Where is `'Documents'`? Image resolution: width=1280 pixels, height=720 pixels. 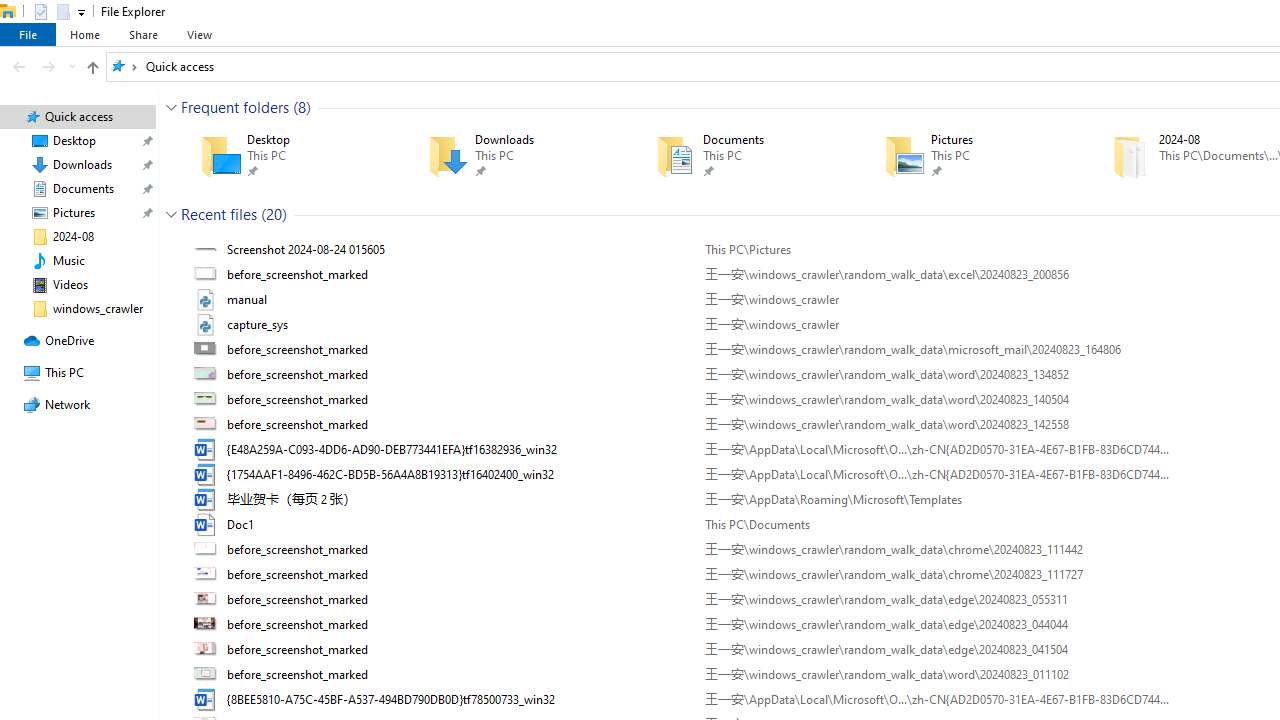
'Documents' is located at coordinates (740, 155).